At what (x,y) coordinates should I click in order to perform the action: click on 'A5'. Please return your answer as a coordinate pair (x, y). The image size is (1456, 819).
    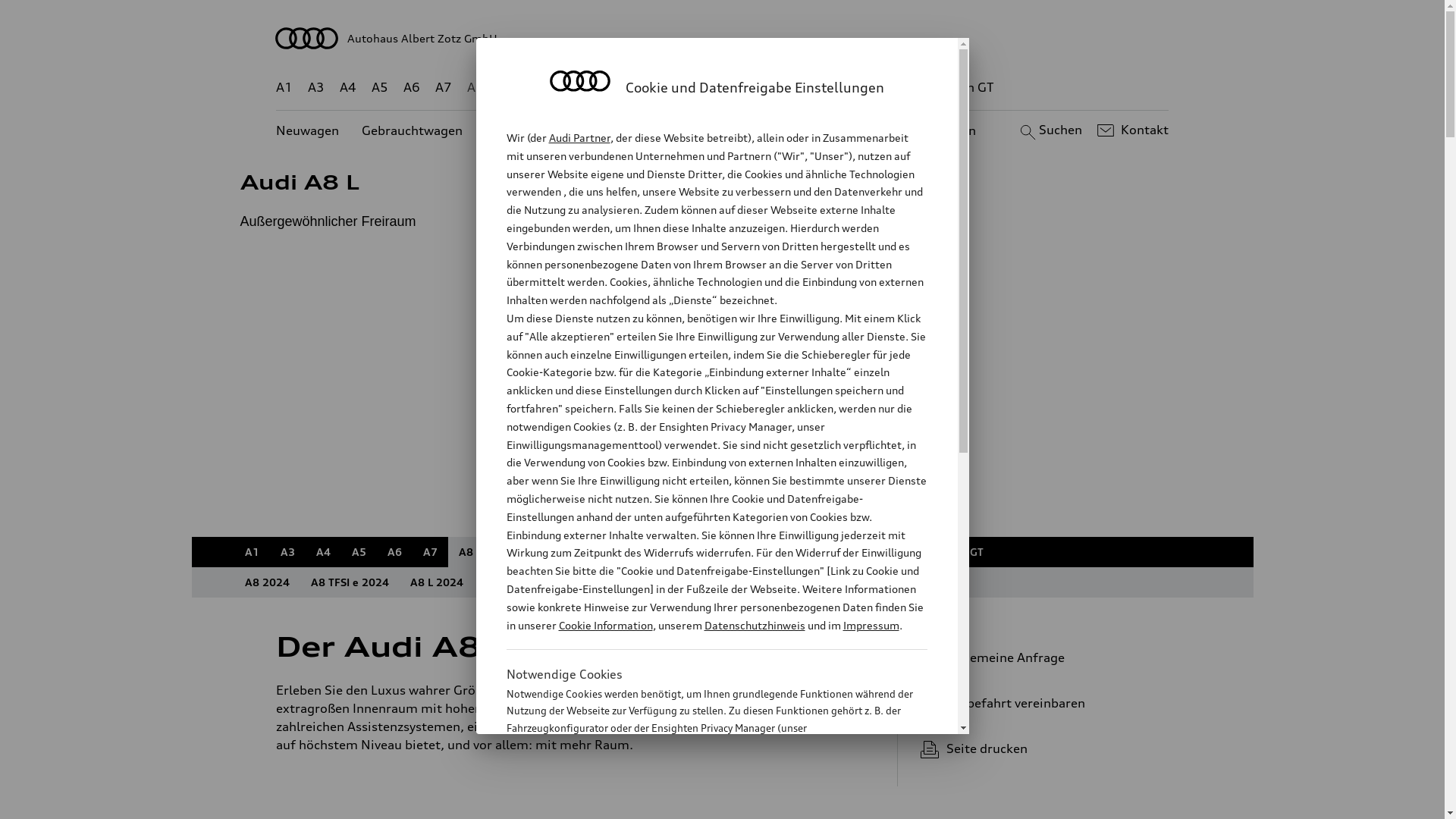
    Looking at the image, I should click on (340, 552).